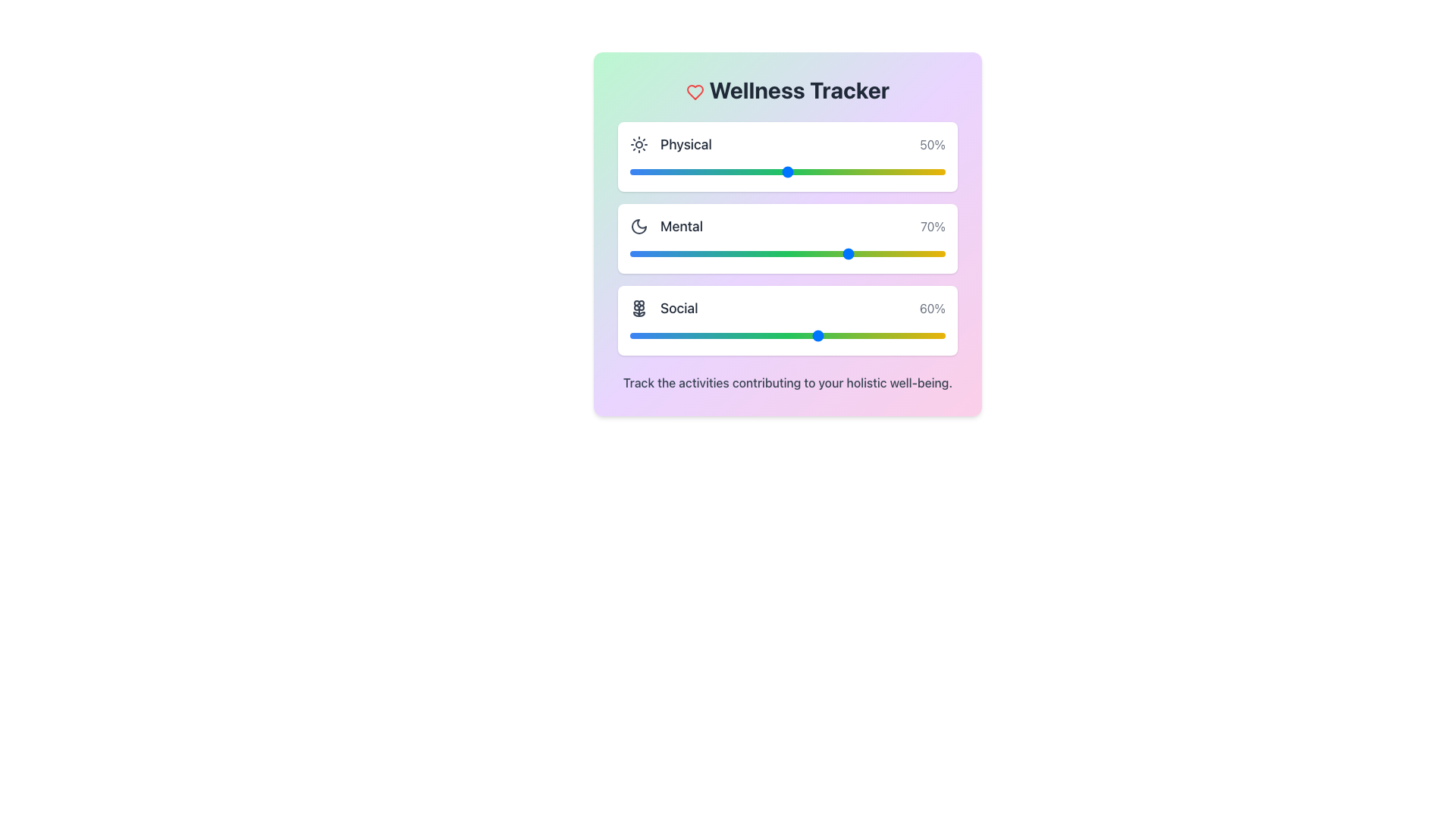 This screenshot has height=819, width=1456. What do you see at coordinates (664, 253) in the screenshot?
I see `the mental health value` at bounding box center [664, 253].